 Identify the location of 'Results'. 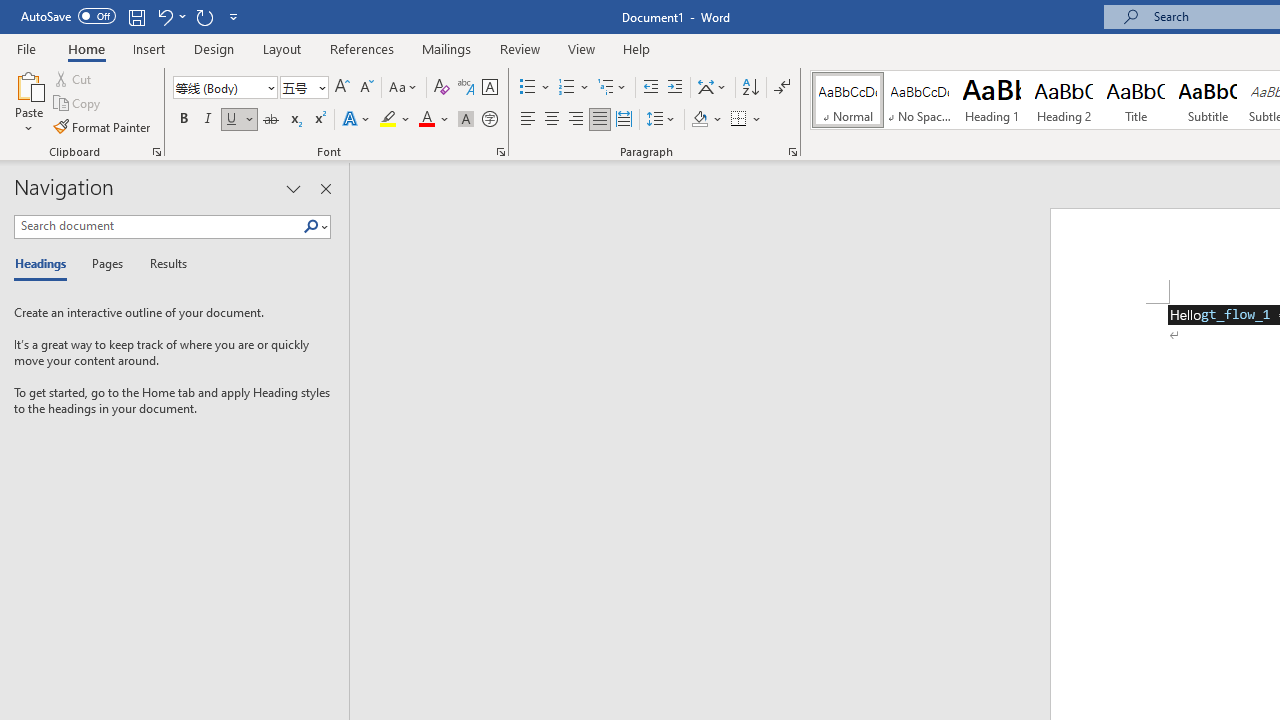
(161, 264).